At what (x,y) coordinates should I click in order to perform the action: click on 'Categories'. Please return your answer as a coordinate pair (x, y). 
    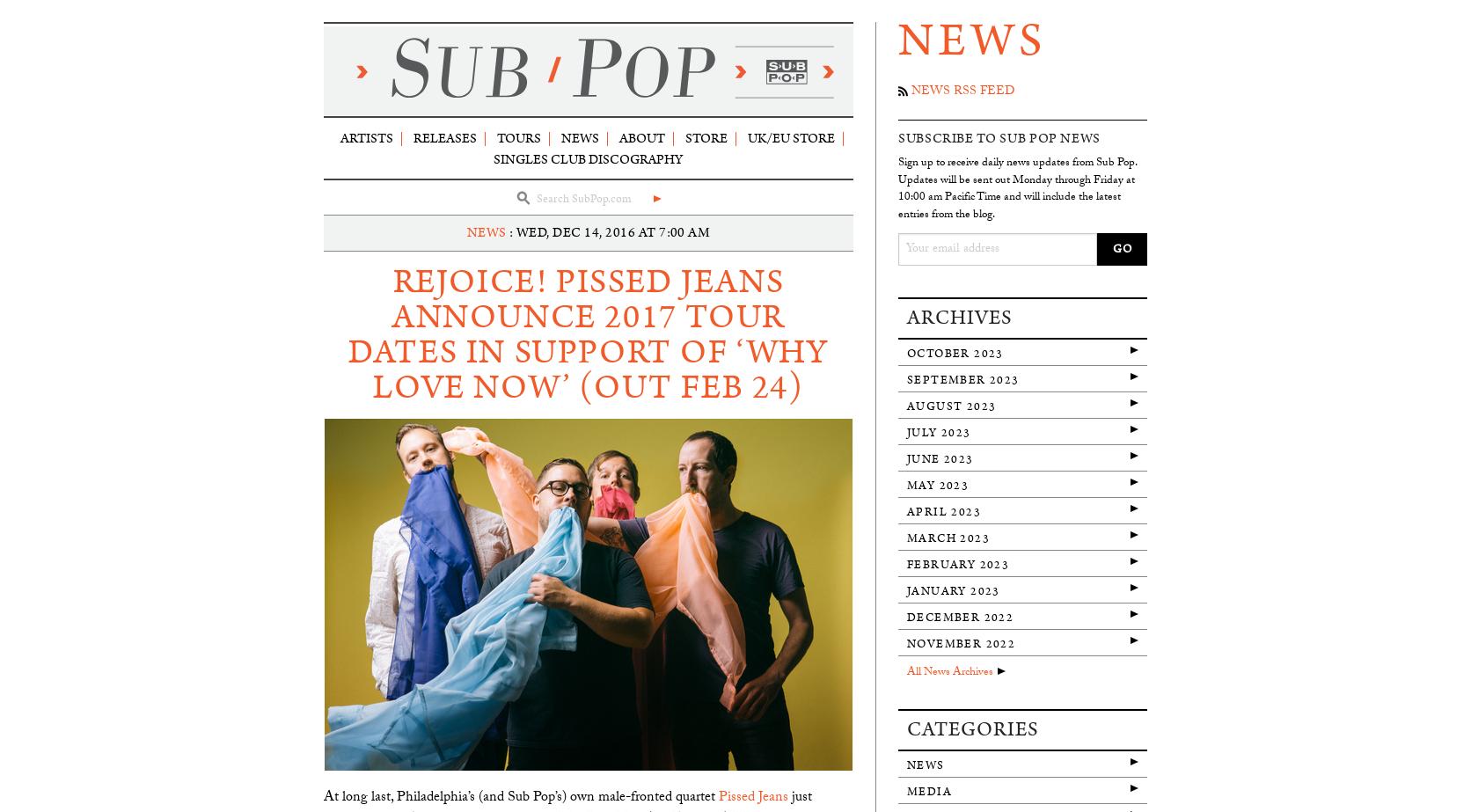
    Looking at the image, I should click on (972, 728).